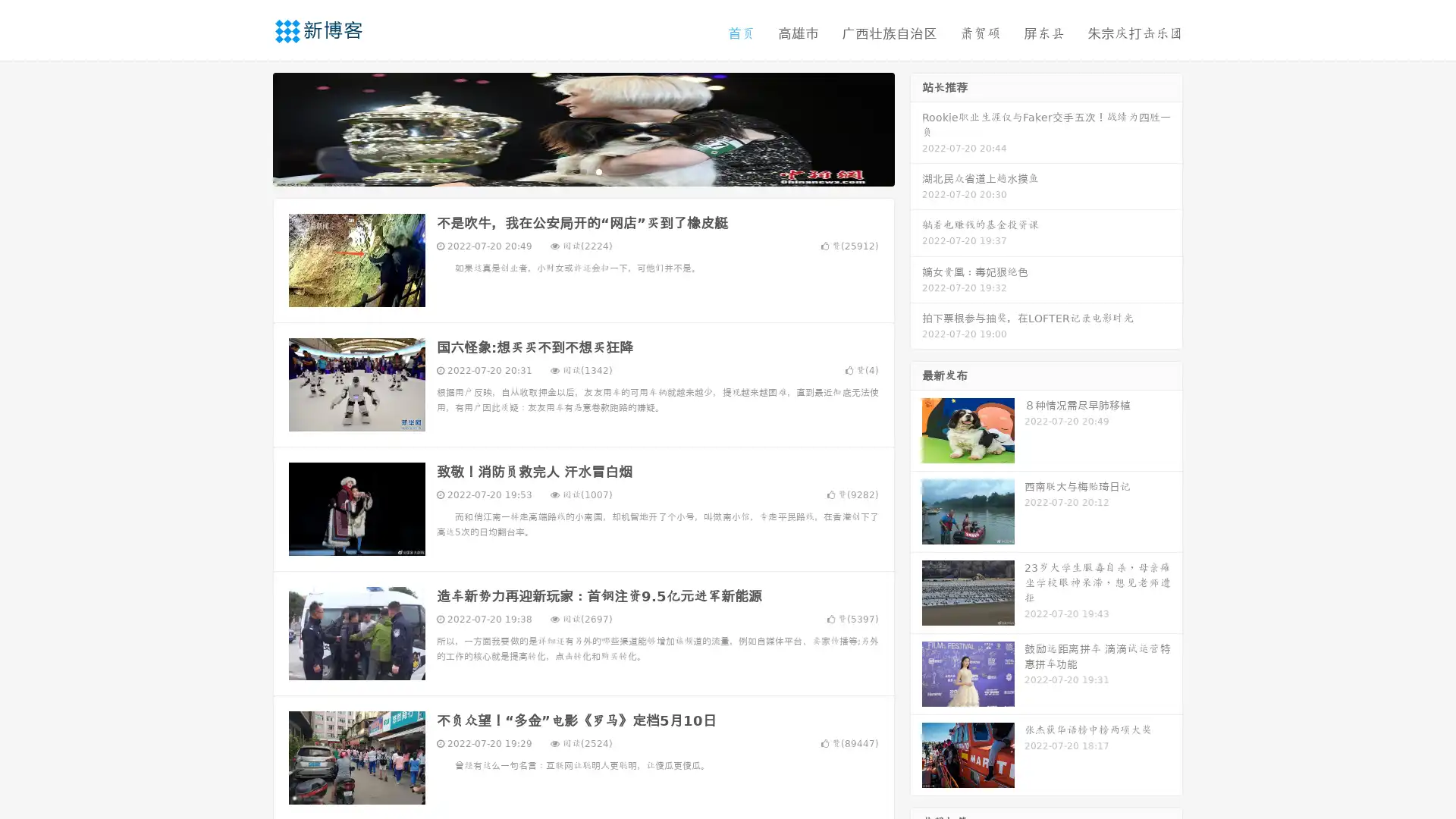  Describe the element at coordinates (567, 171) in the screenshot. I see `Go to slide 1` at that location.